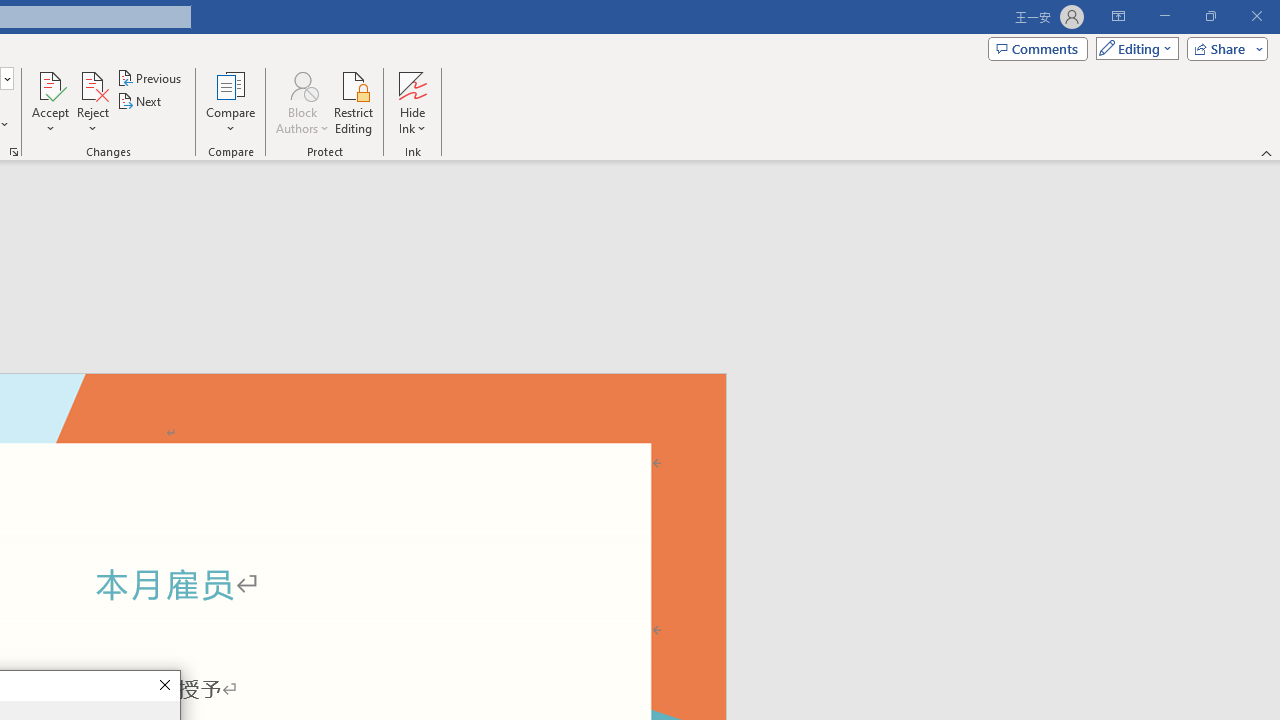 The height and width of the screenshot is (720, 1280). I want to click on 'Reject', so click(91, 103).